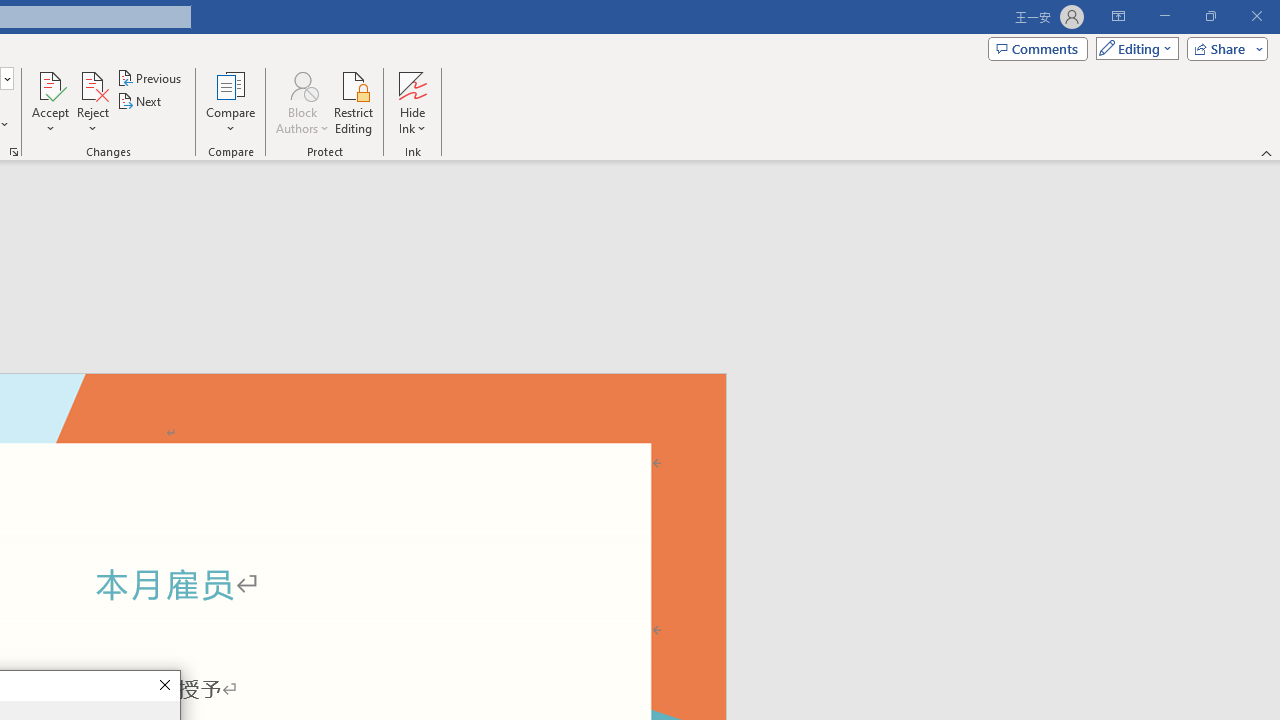 The height and width of the screenshot is (720, 1280). I want to click on 'Reject', so click(91, 103).